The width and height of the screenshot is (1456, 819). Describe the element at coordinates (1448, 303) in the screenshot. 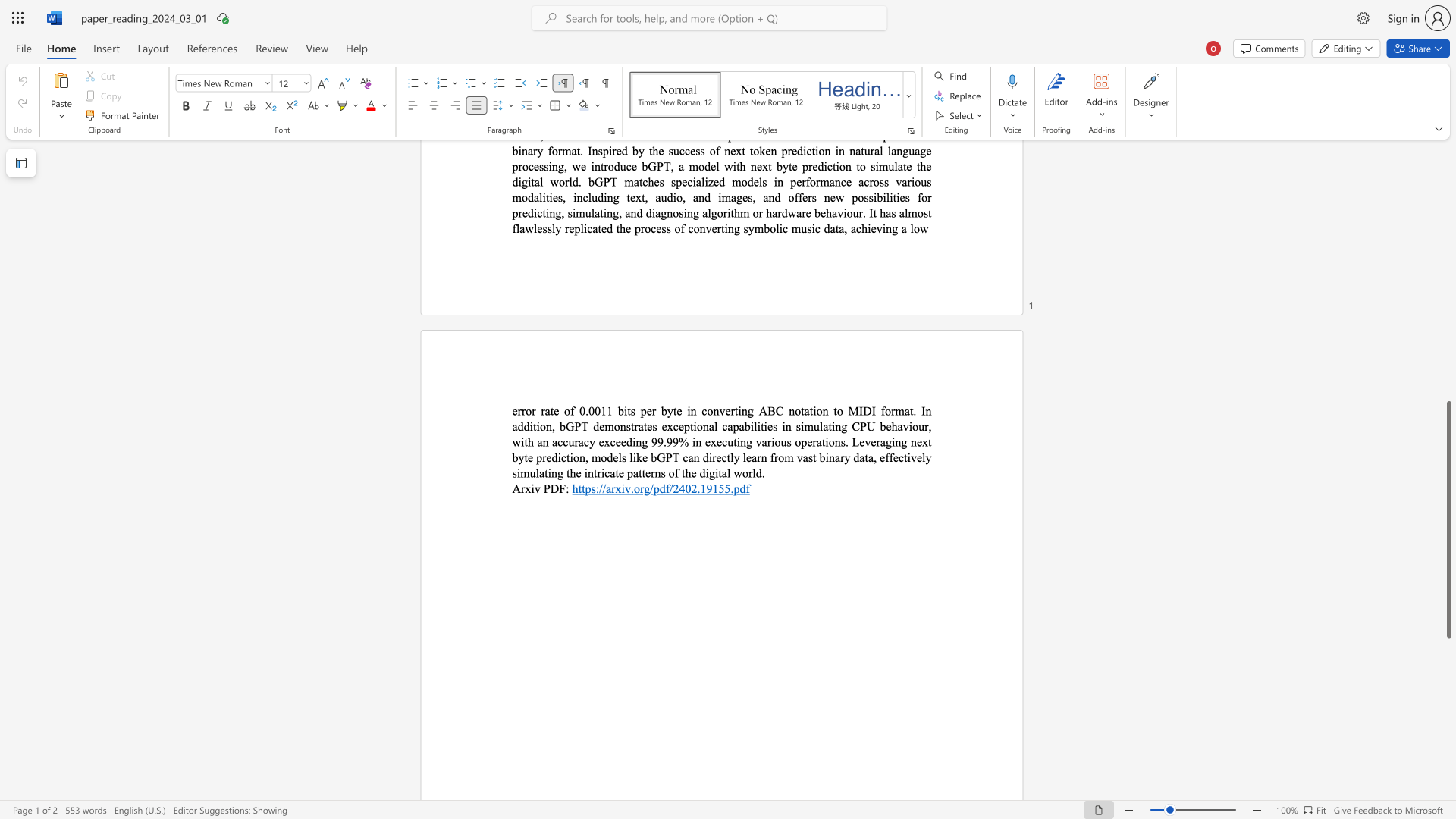

I see `the scrollbar on the right` at that location.